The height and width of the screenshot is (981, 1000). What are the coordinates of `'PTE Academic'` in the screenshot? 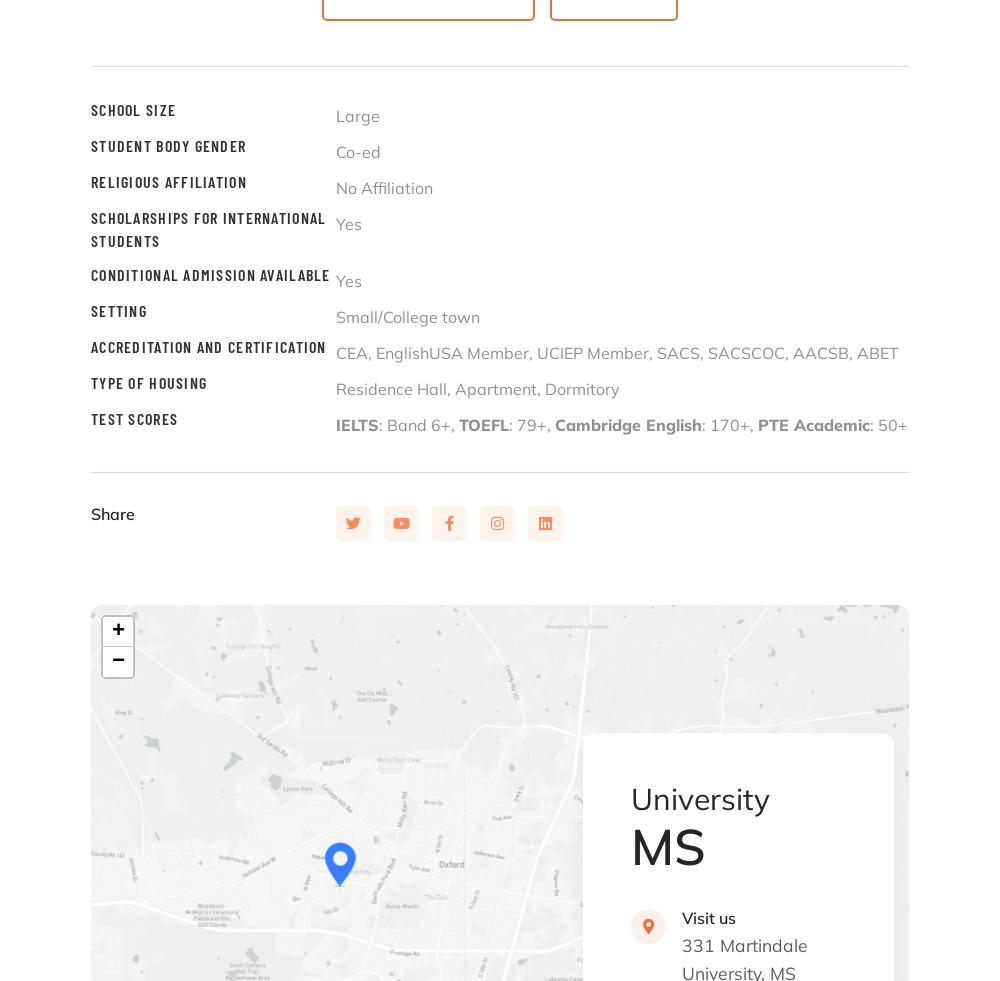 It's located at (758, 423).